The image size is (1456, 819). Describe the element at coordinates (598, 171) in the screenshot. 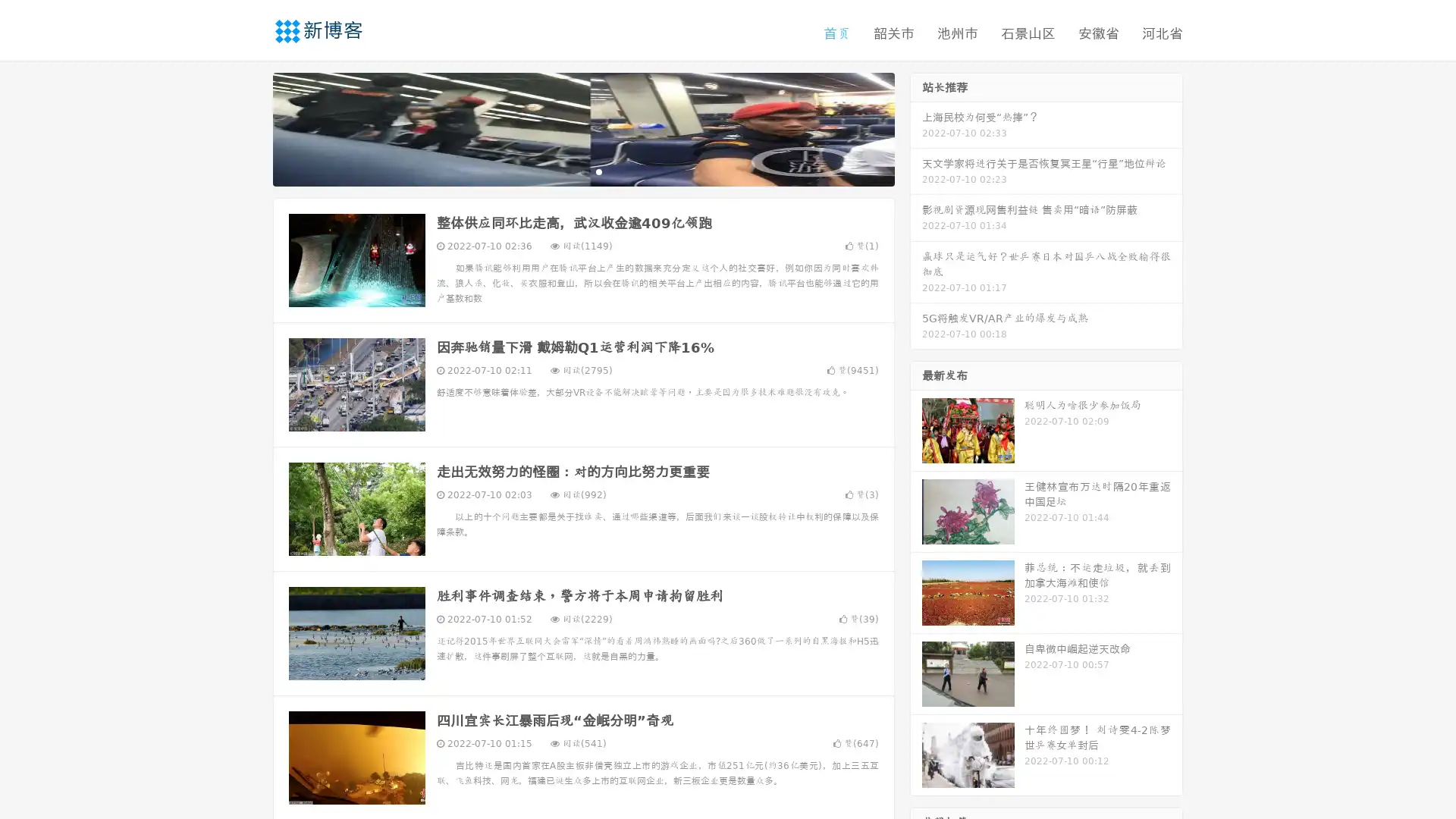

I see `Go to slide 3` at that location.